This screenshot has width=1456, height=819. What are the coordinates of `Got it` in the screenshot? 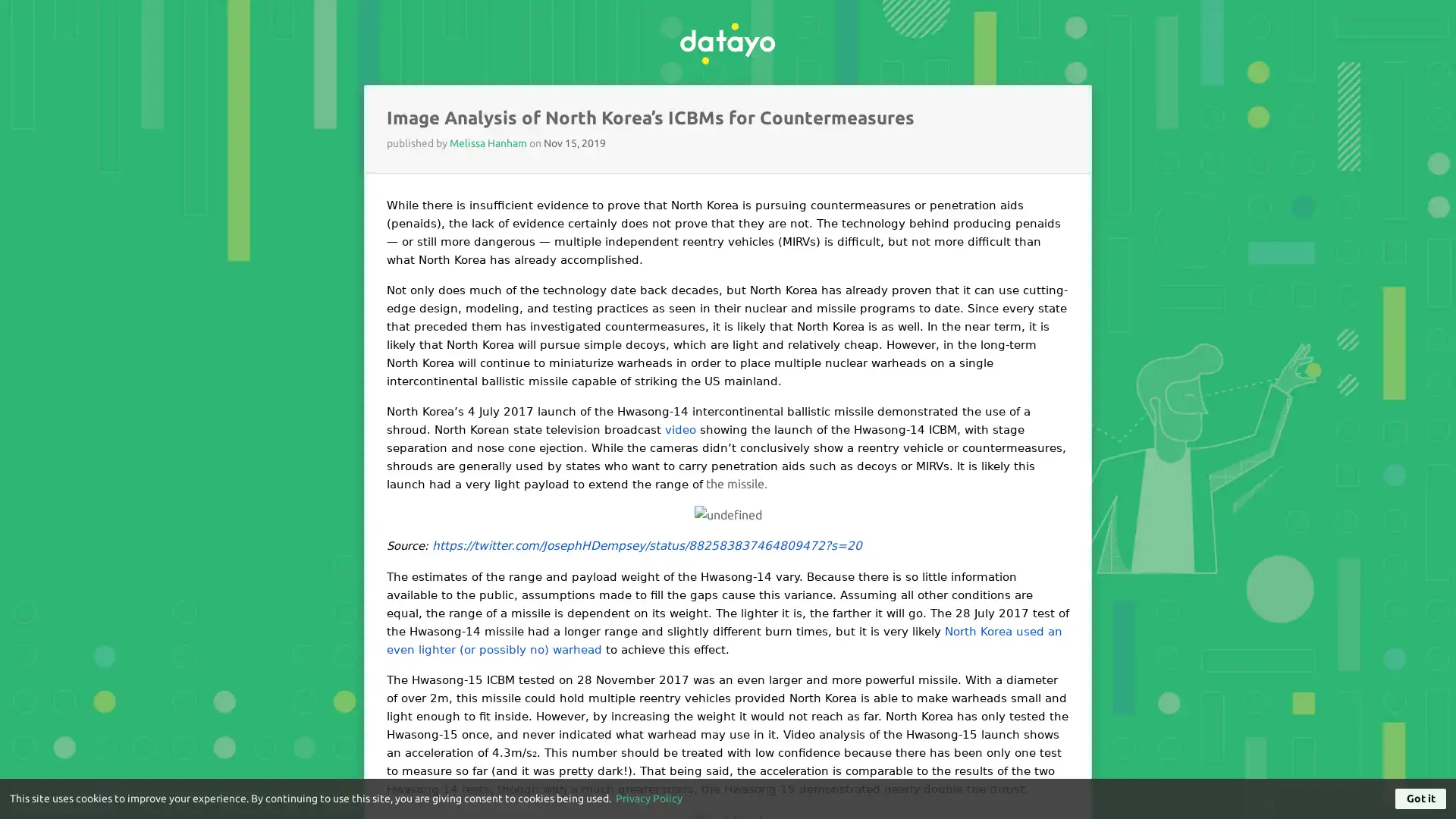 It's located at (1420, 798).